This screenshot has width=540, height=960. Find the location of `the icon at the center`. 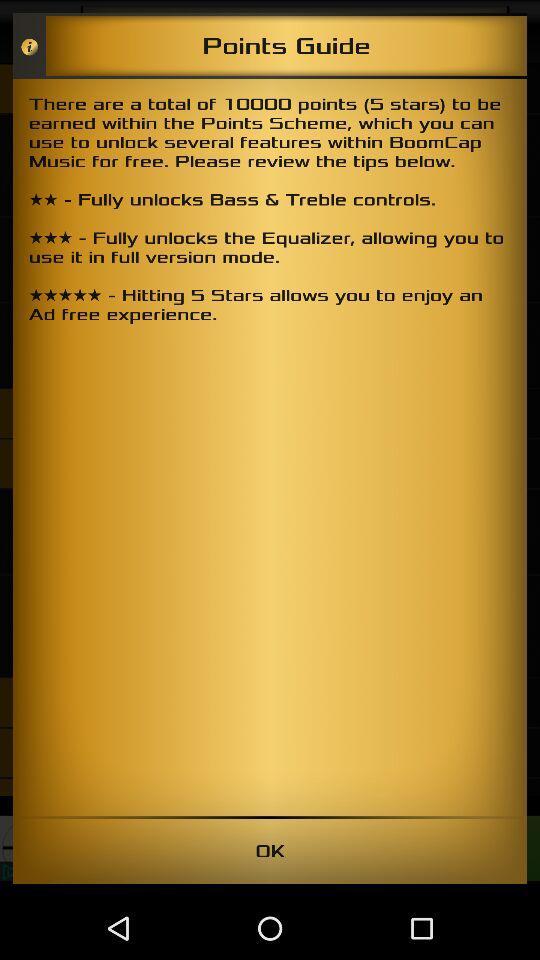

the icon at the center is located at coordinates (270, 447).